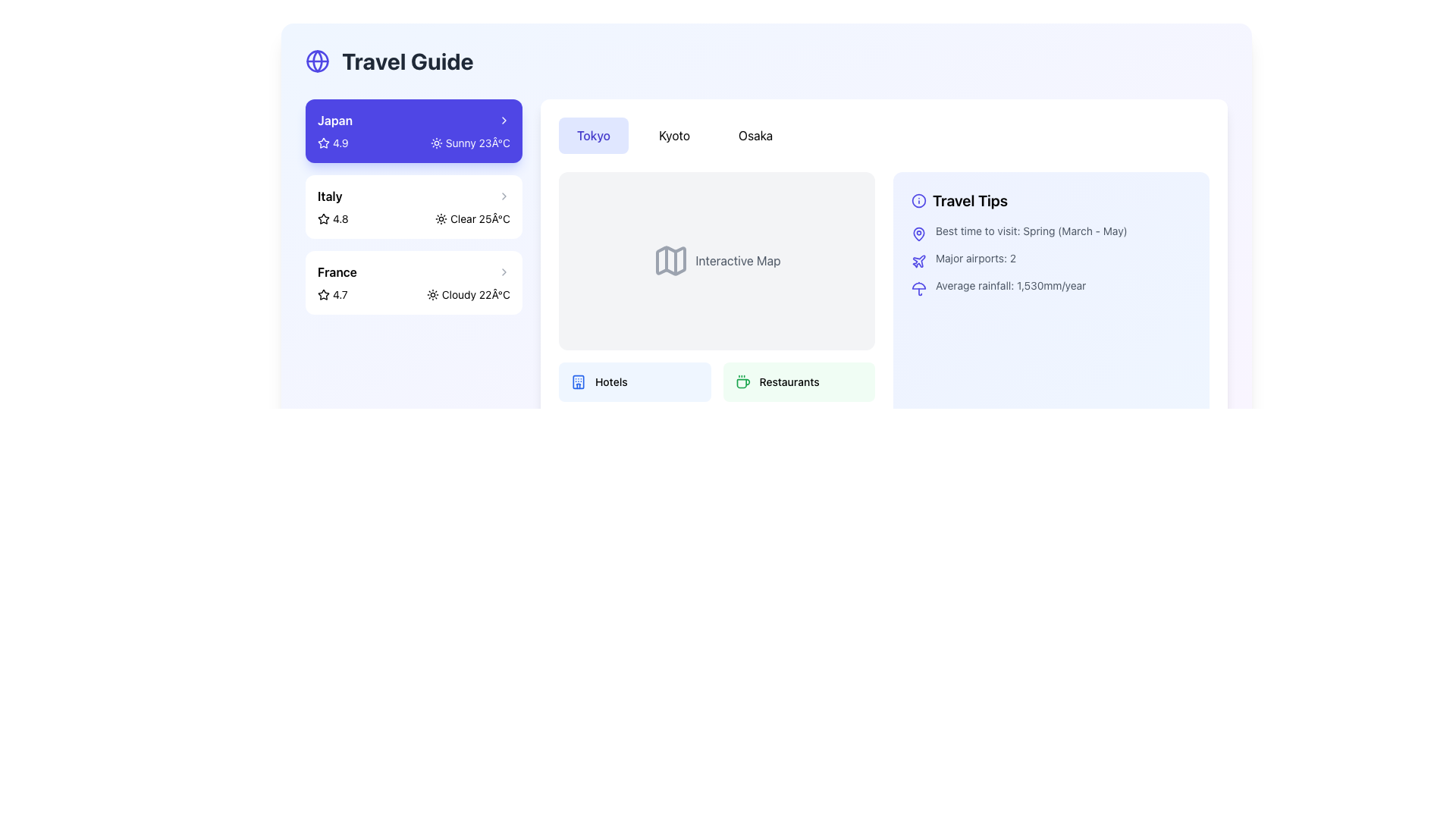  What do you see at coordinates (578, 380) in the screenshot?
I see `the 'Hotels' icon located in the bottom navigation bar, which has a light blue background and is positioned to the left of the 'Hotels' text` at bounding box center [578, 380].